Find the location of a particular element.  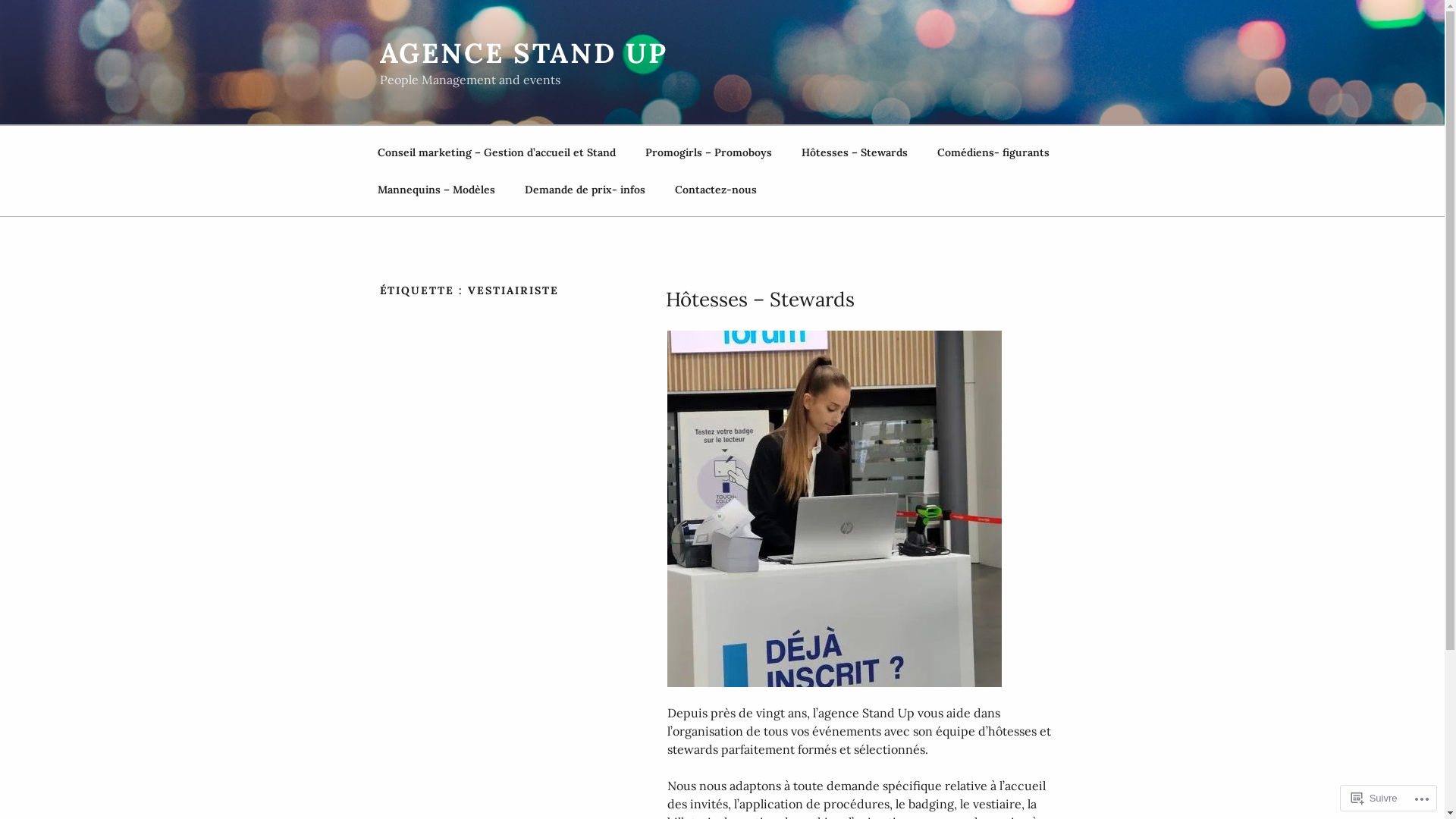

'Demande de prix- infos' is located at coordinates (584, 189).